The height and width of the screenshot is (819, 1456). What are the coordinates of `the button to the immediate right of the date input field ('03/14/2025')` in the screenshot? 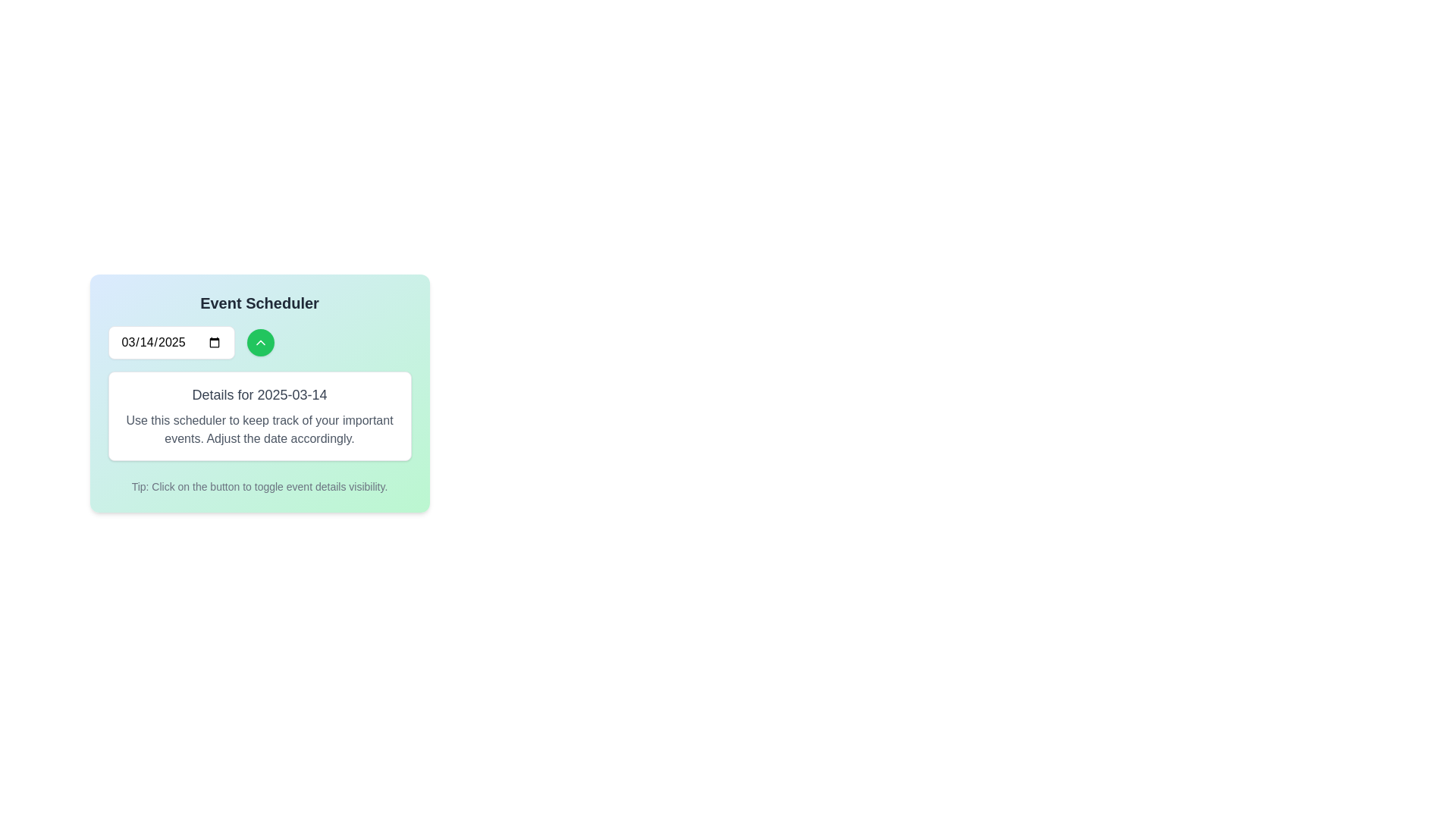 It's located at (260, 342).